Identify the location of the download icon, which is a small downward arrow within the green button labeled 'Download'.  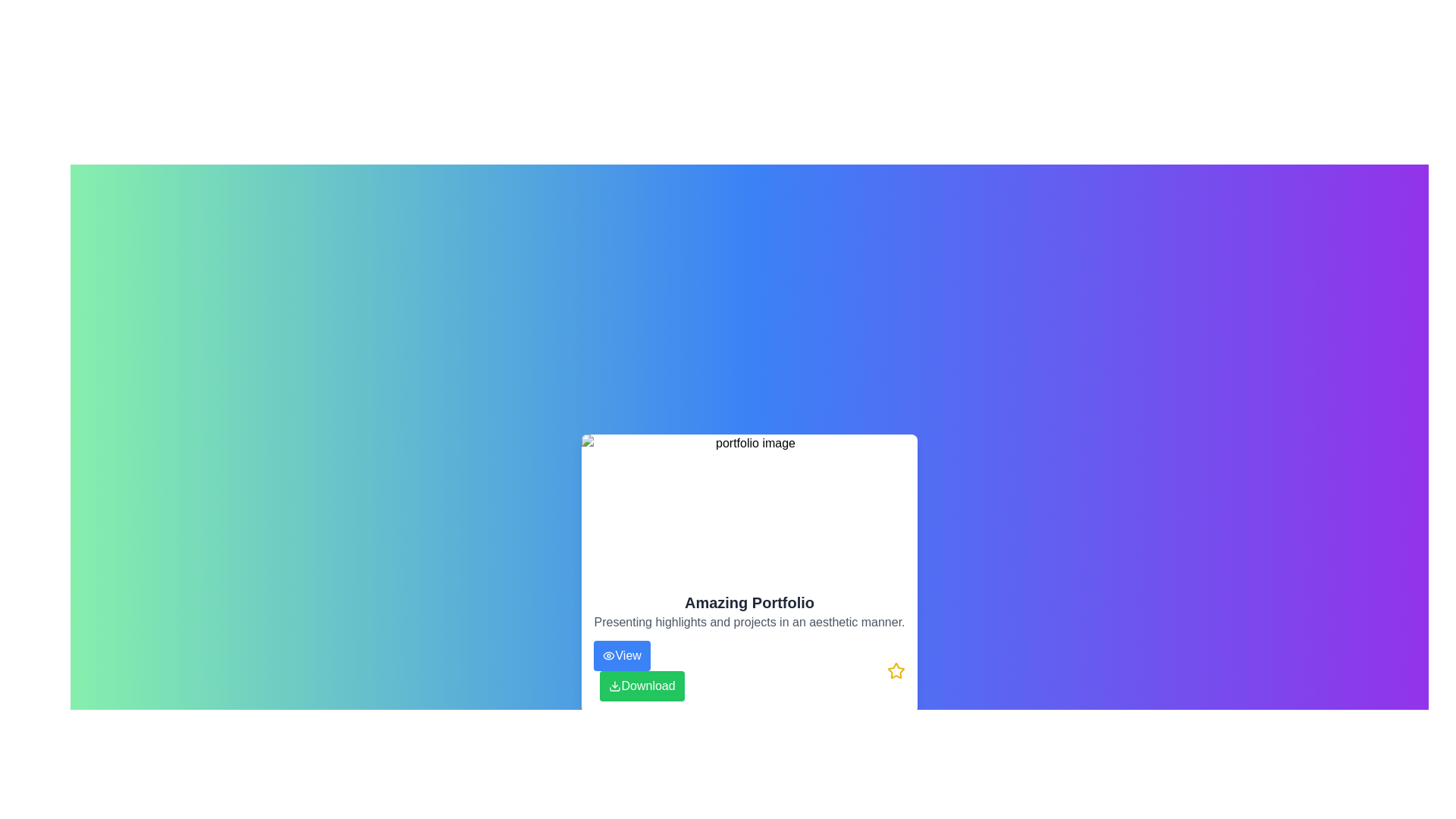
(615, 686).